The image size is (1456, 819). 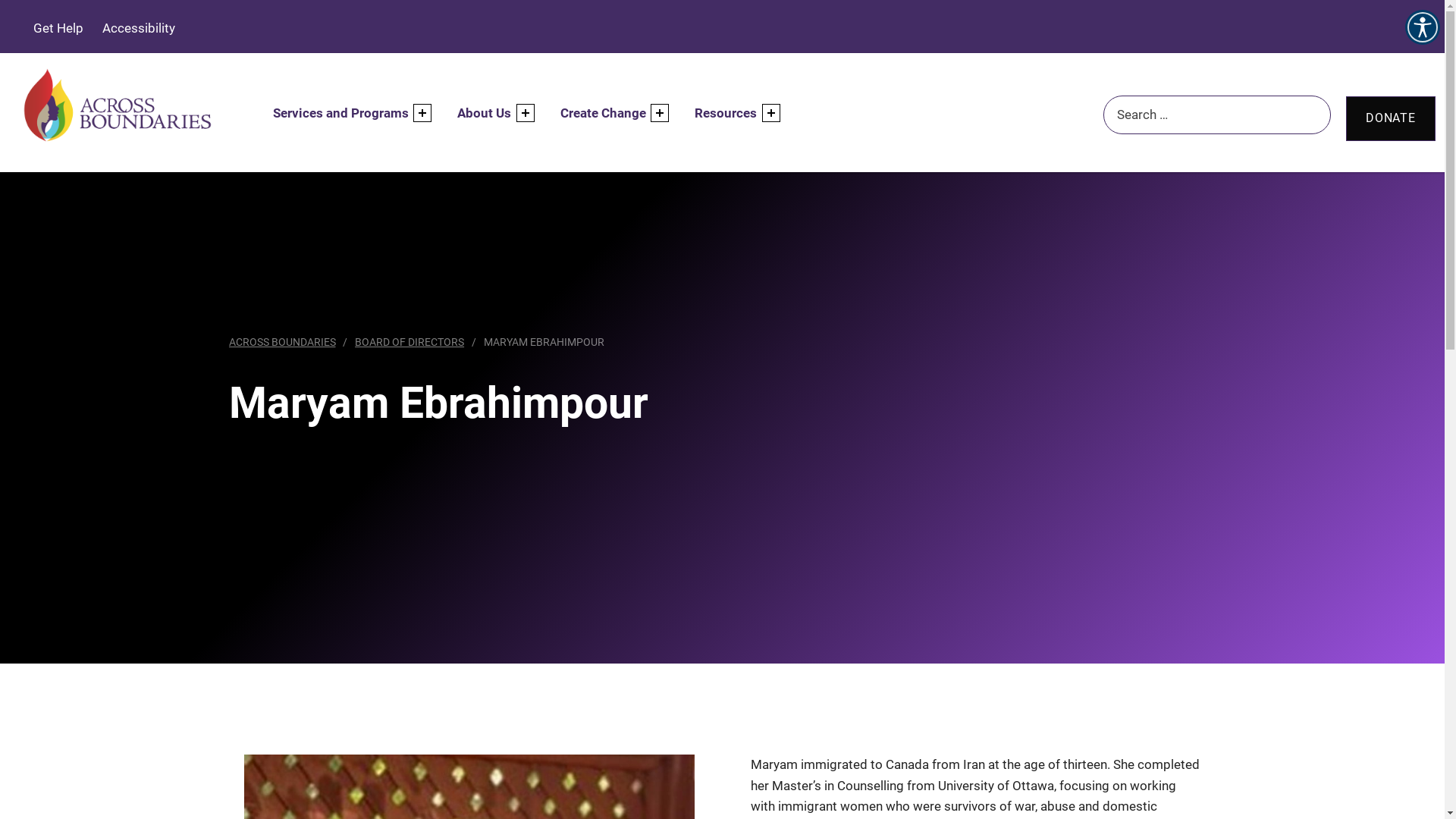 I want to click on 'Create Change', so click(x=604, y=112).